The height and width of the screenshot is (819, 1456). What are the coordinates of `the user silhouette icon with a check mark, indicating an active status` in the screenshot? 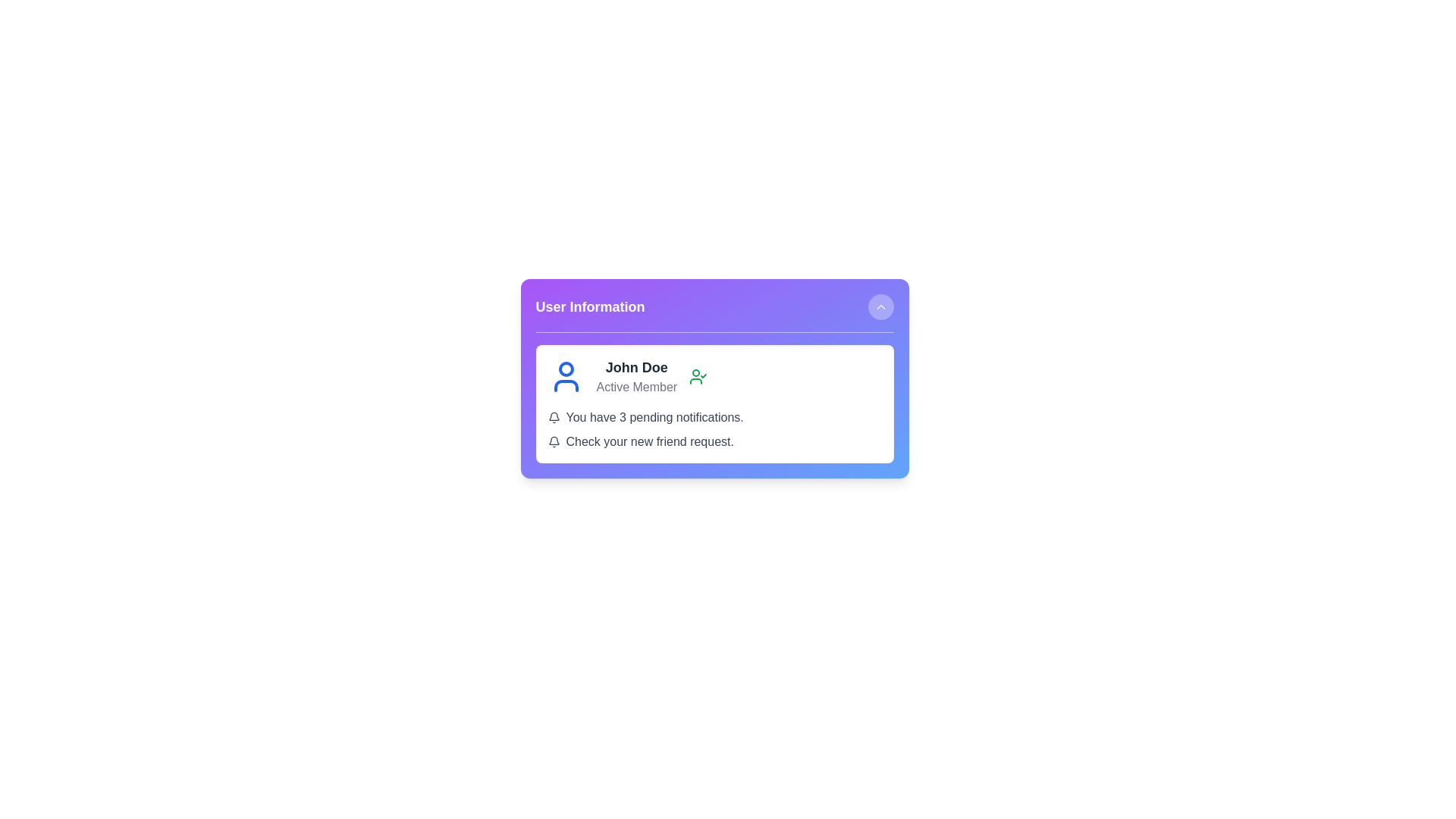 It's located at (698, 376).